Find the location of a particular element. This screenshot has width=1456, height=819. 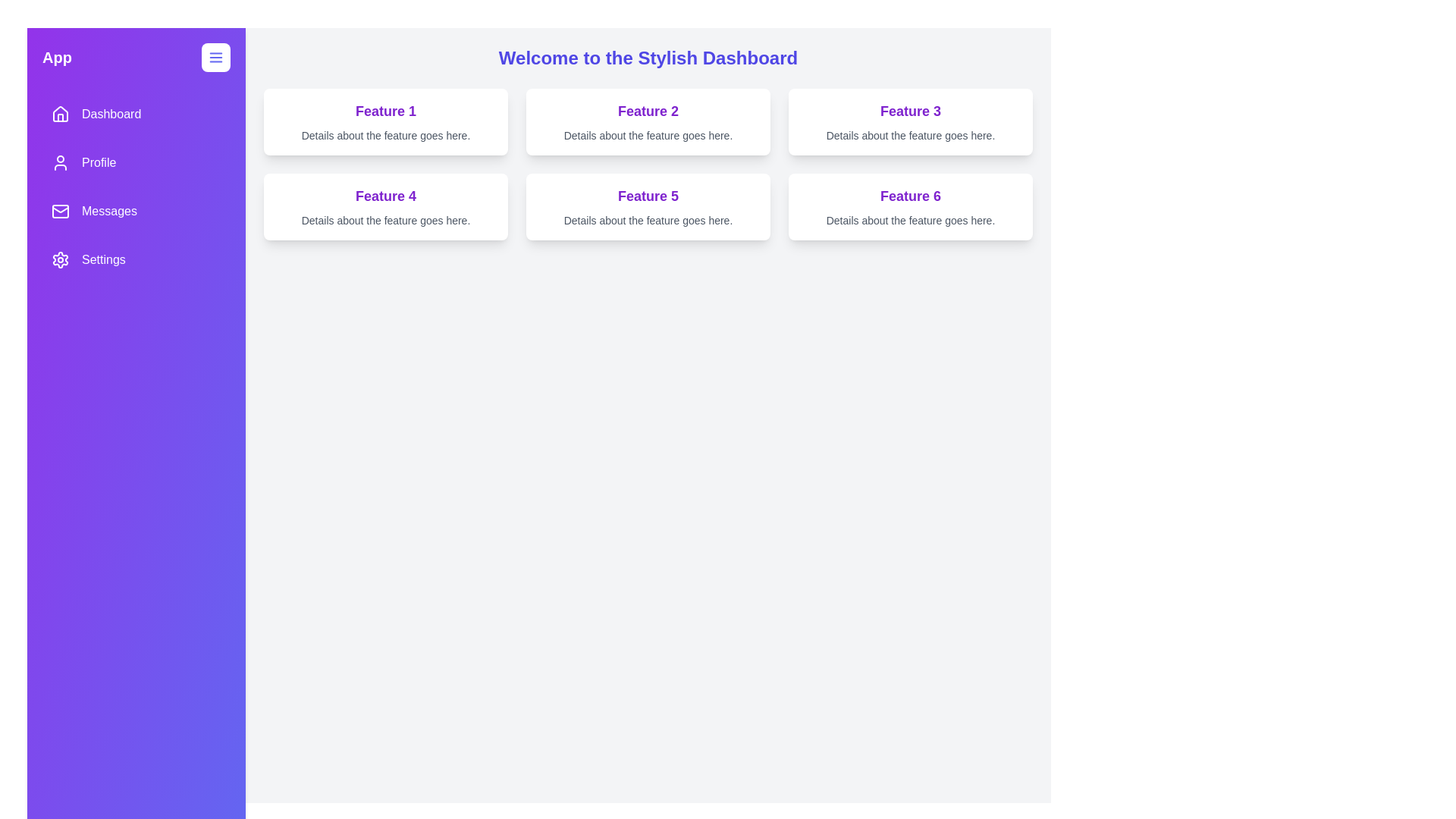

the prominently styled text label reading 'Welcome to the Stylish Dashboard', which is positioned near the top-center of the interface is located at coordinates (648, 58).